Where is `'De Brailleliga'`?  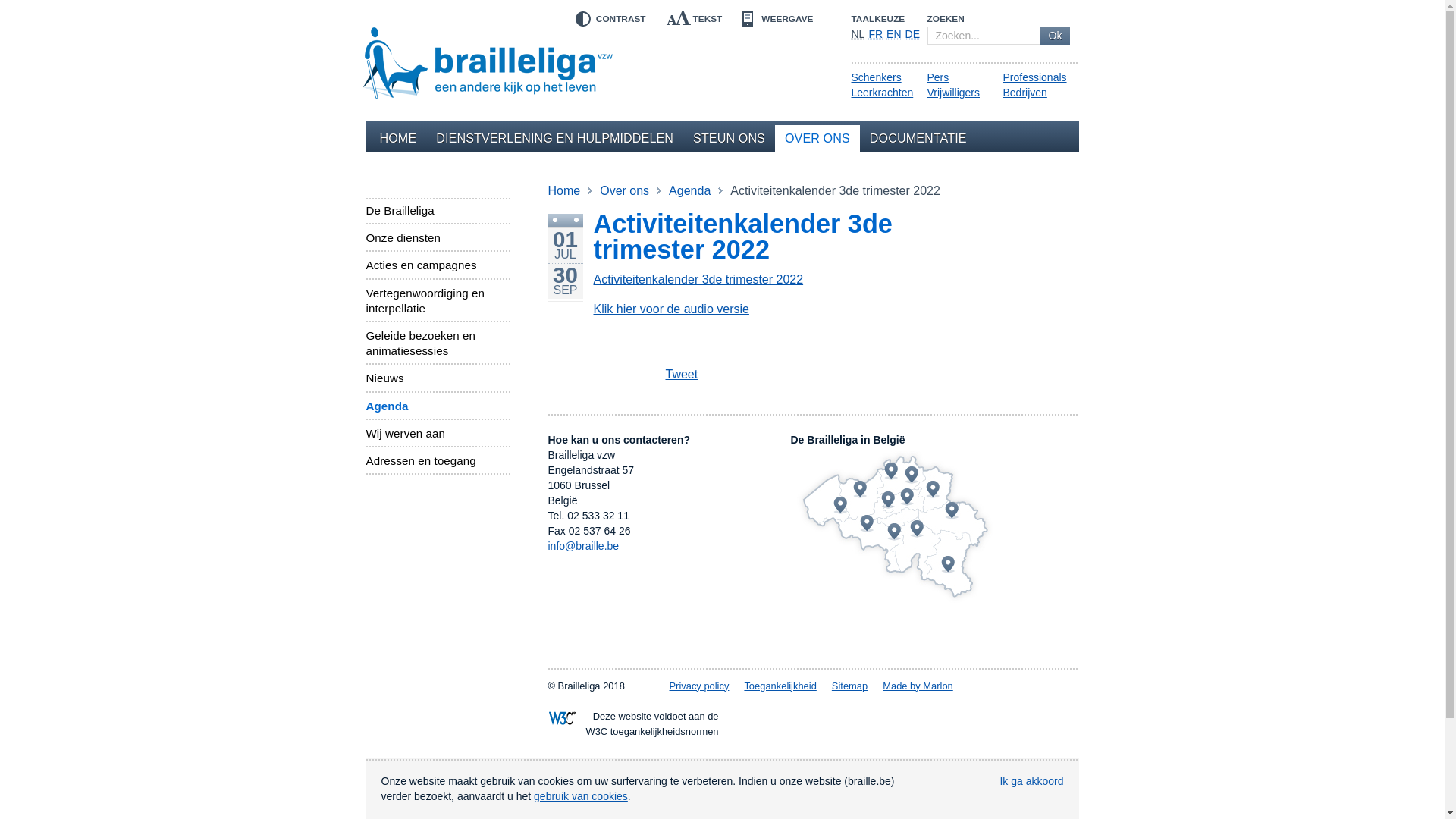 'De Brailleliga' is located at coordinates (436, 210).